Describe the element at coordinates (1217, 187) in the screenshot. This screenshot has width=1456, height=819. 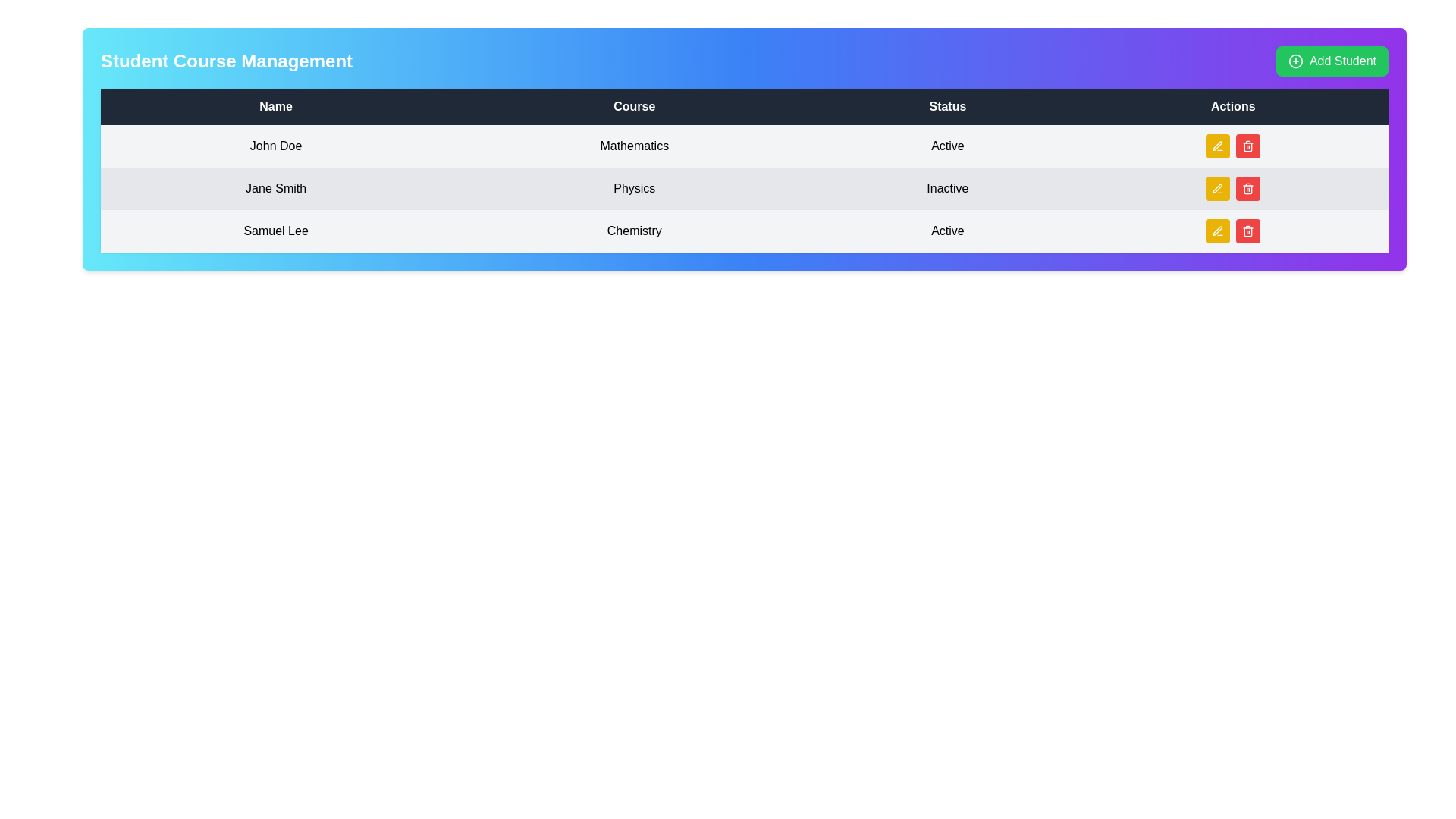
I see `the leftmost part of the yellow pen icon in the second row of the 'Actions' column to initiate editing` at that location.